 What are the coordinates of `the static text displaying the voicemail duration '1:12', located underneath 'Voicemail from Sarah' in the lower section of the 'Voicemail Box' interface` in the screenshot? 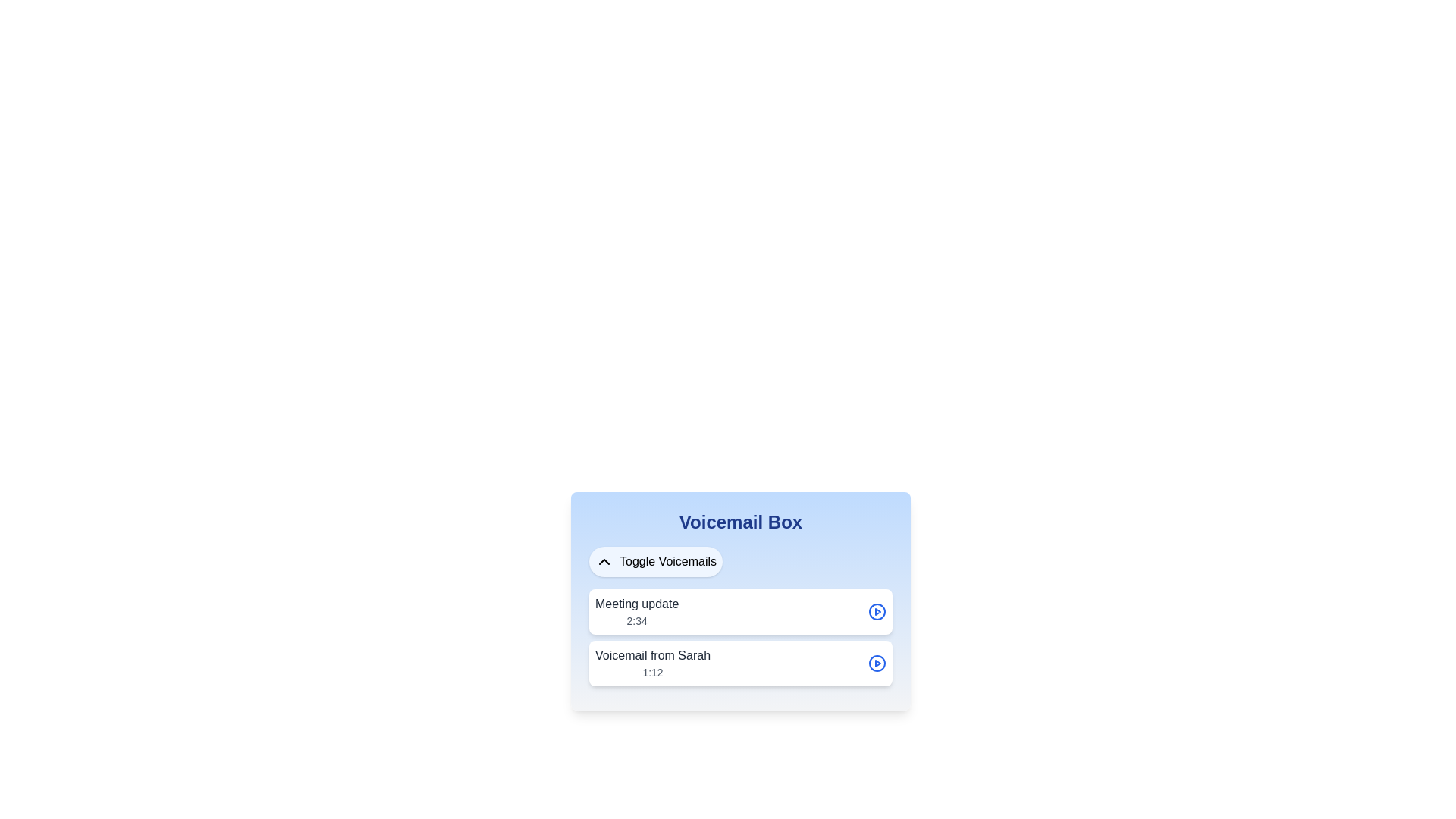 It's located at (653, 672).